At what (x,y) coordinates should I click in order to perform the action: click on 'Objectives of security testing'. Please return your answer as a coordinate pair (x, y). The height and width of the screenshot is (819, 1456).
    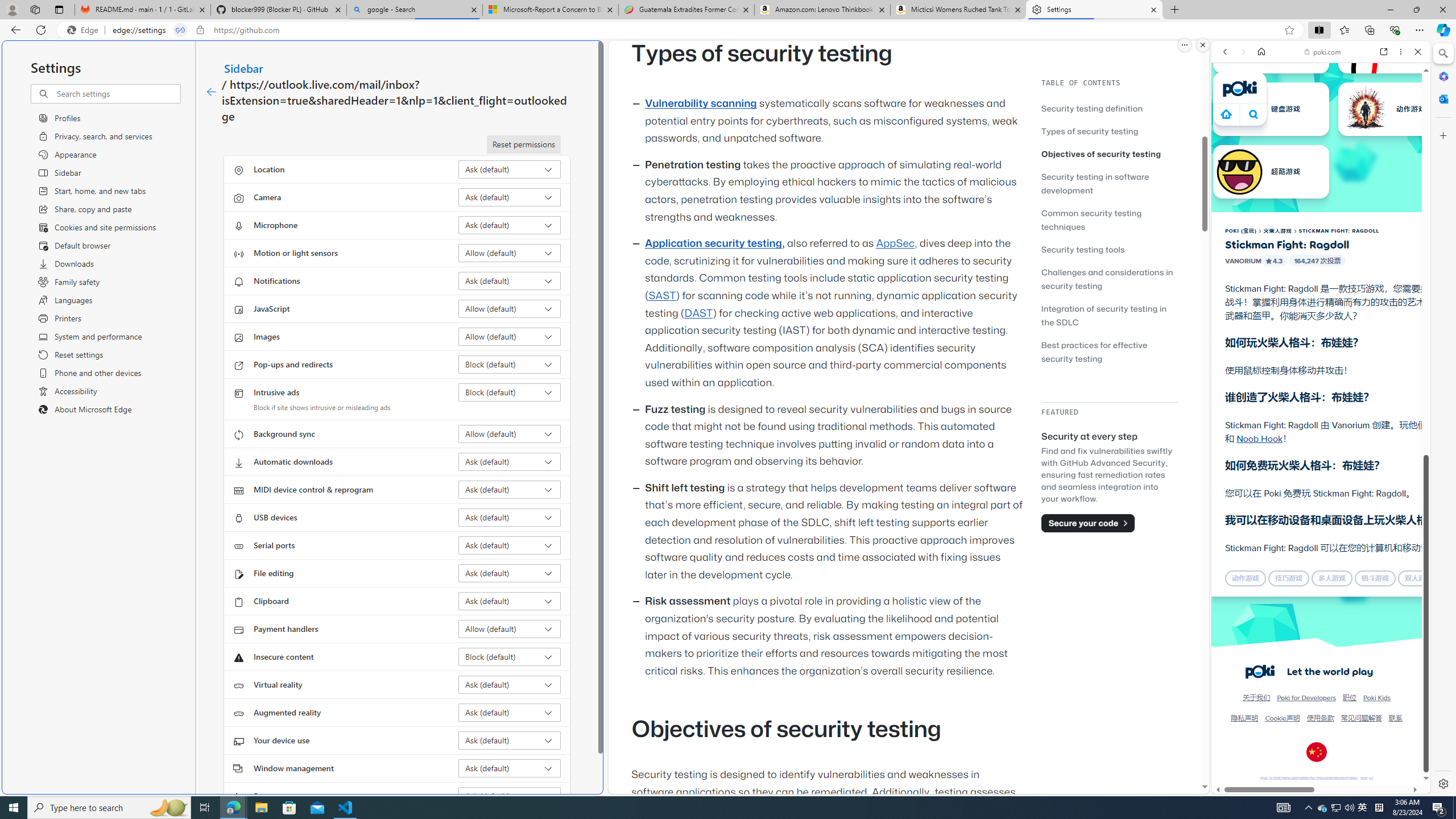
    Looking at the image, I should click on (1108, 153).